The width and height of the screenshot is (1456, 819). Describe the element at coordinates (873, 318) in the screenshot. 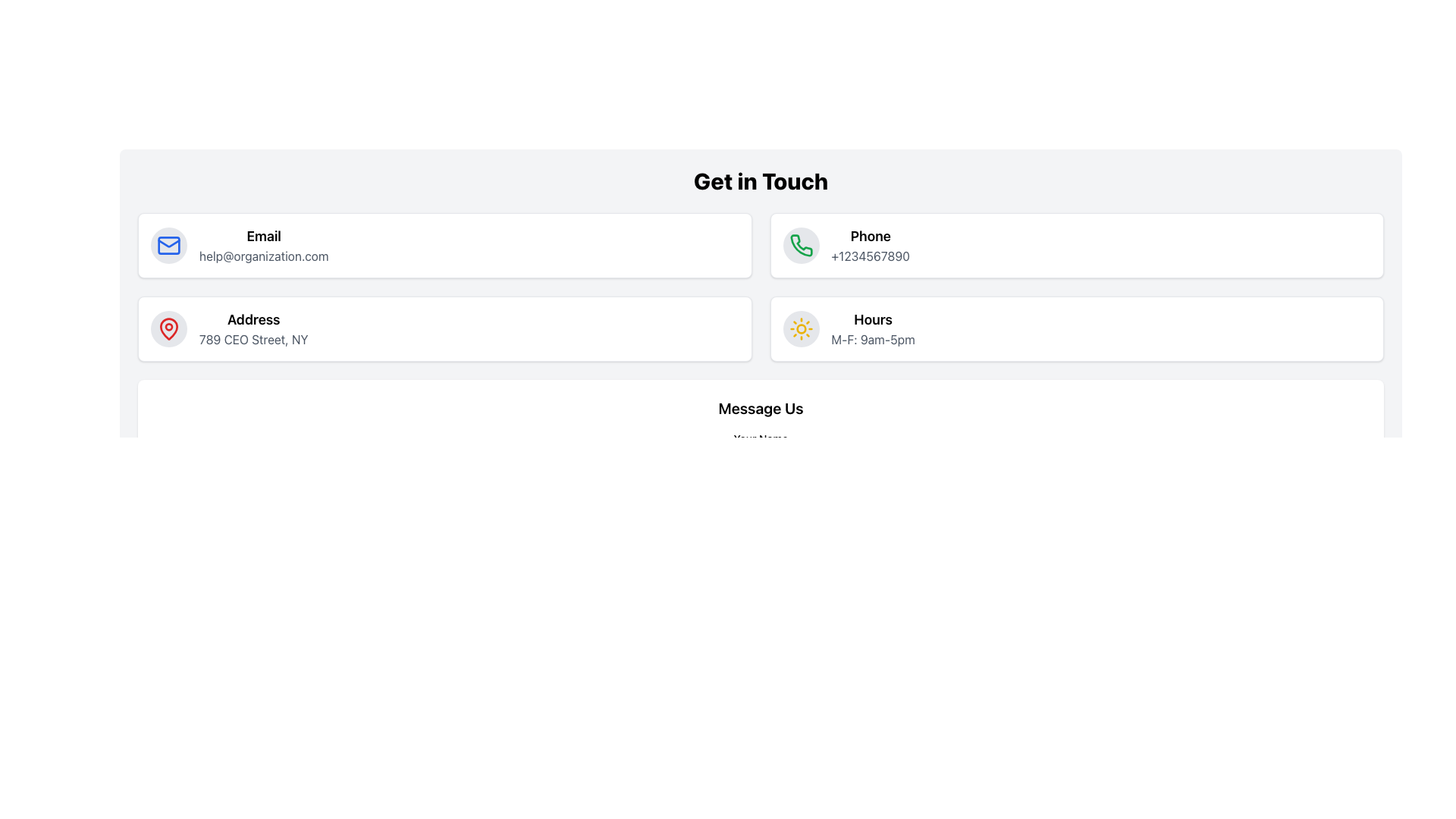

I see `the text element labeled 'Hours', which is styled in bold black font and positioned prominently above the description text within a rectangular card` at that location.